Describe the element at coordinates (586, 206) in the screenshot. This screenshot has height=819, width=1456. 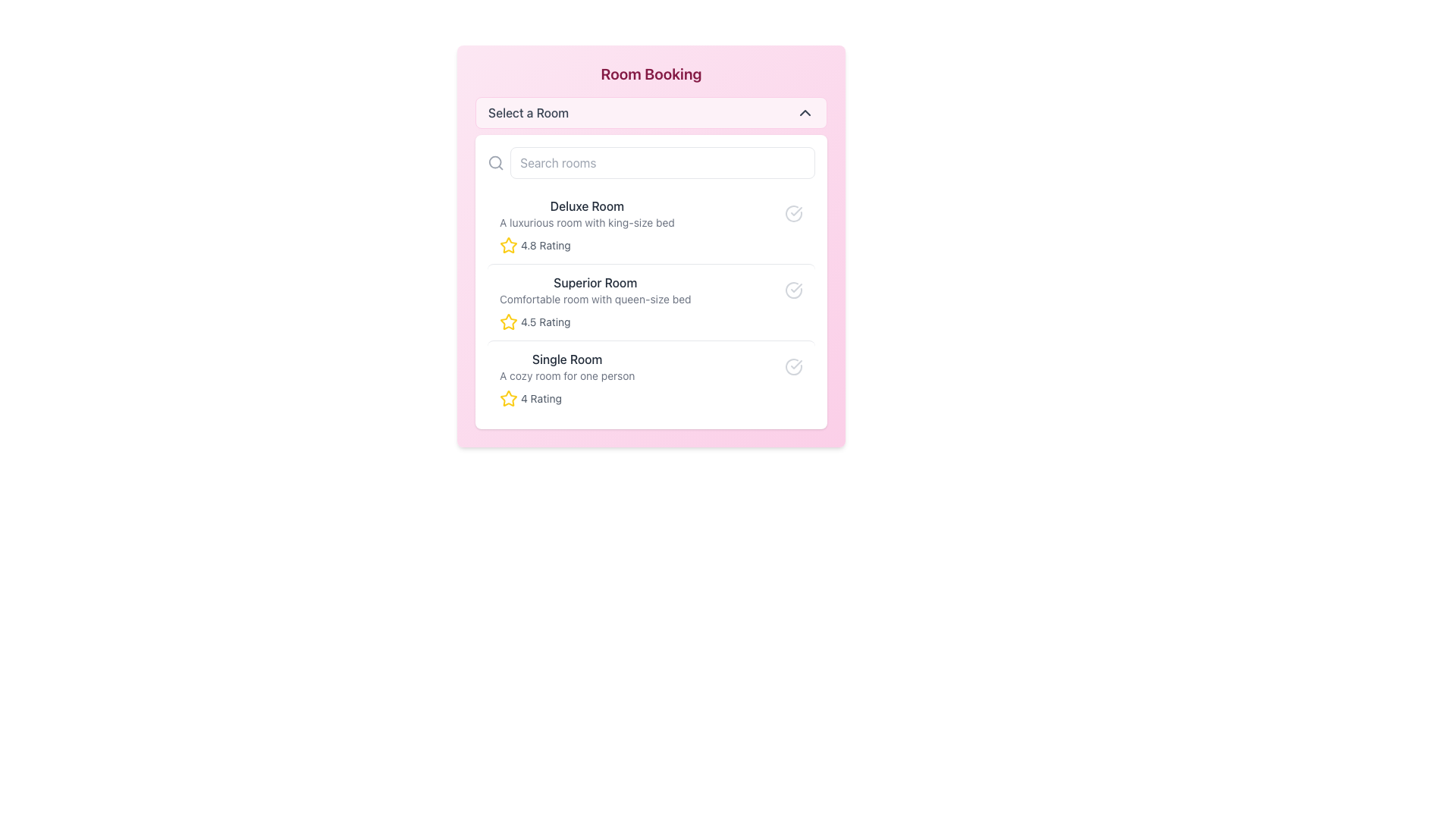
I see `the title text label for the room option in the room selection interface, which is positioned above the description text 'A luxurious room with king-size bed'` at that location.